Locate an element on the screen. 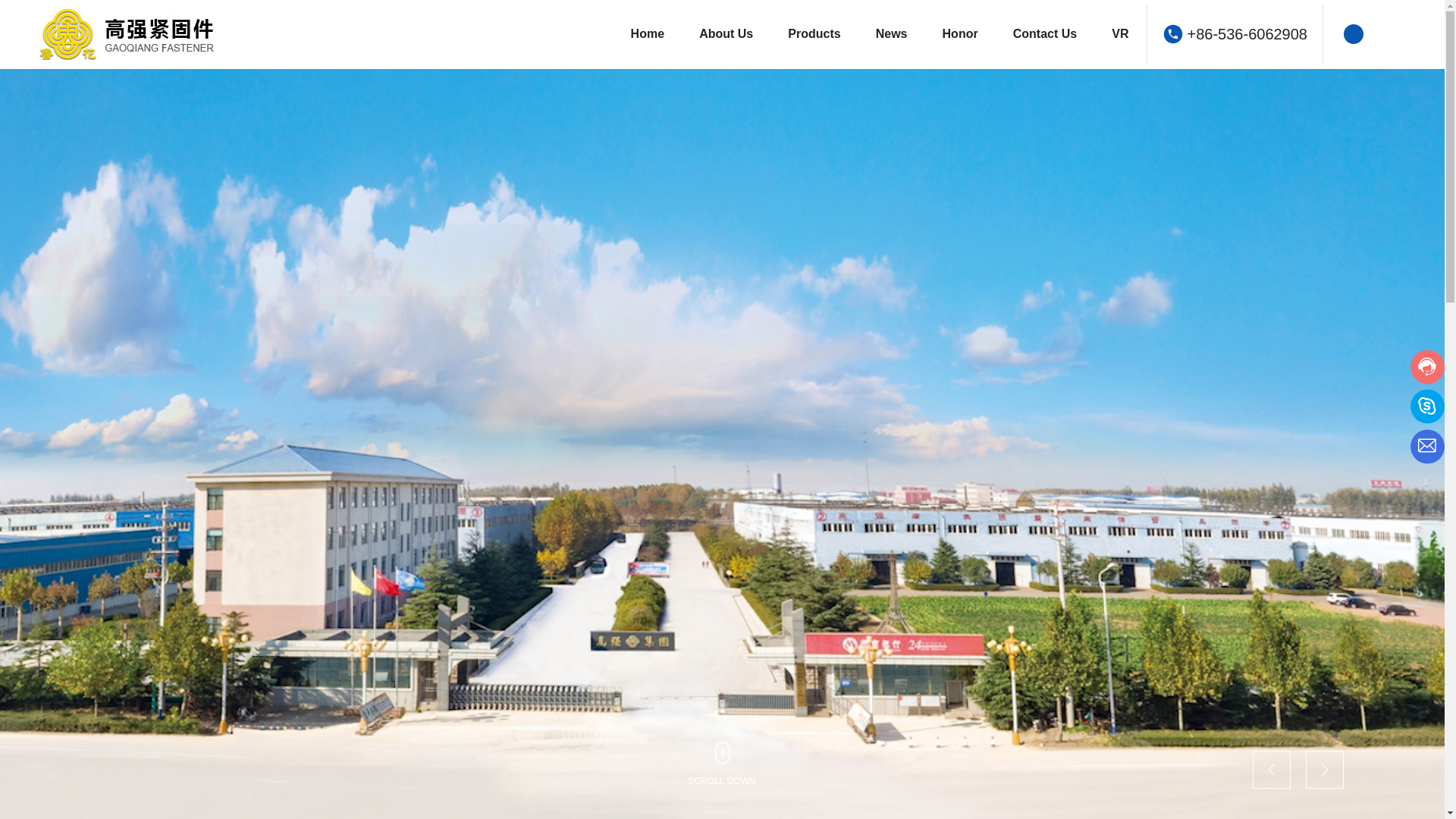 This screenshot has height=819, width=1456. 'VR' is located at coordinates (1120, 34).